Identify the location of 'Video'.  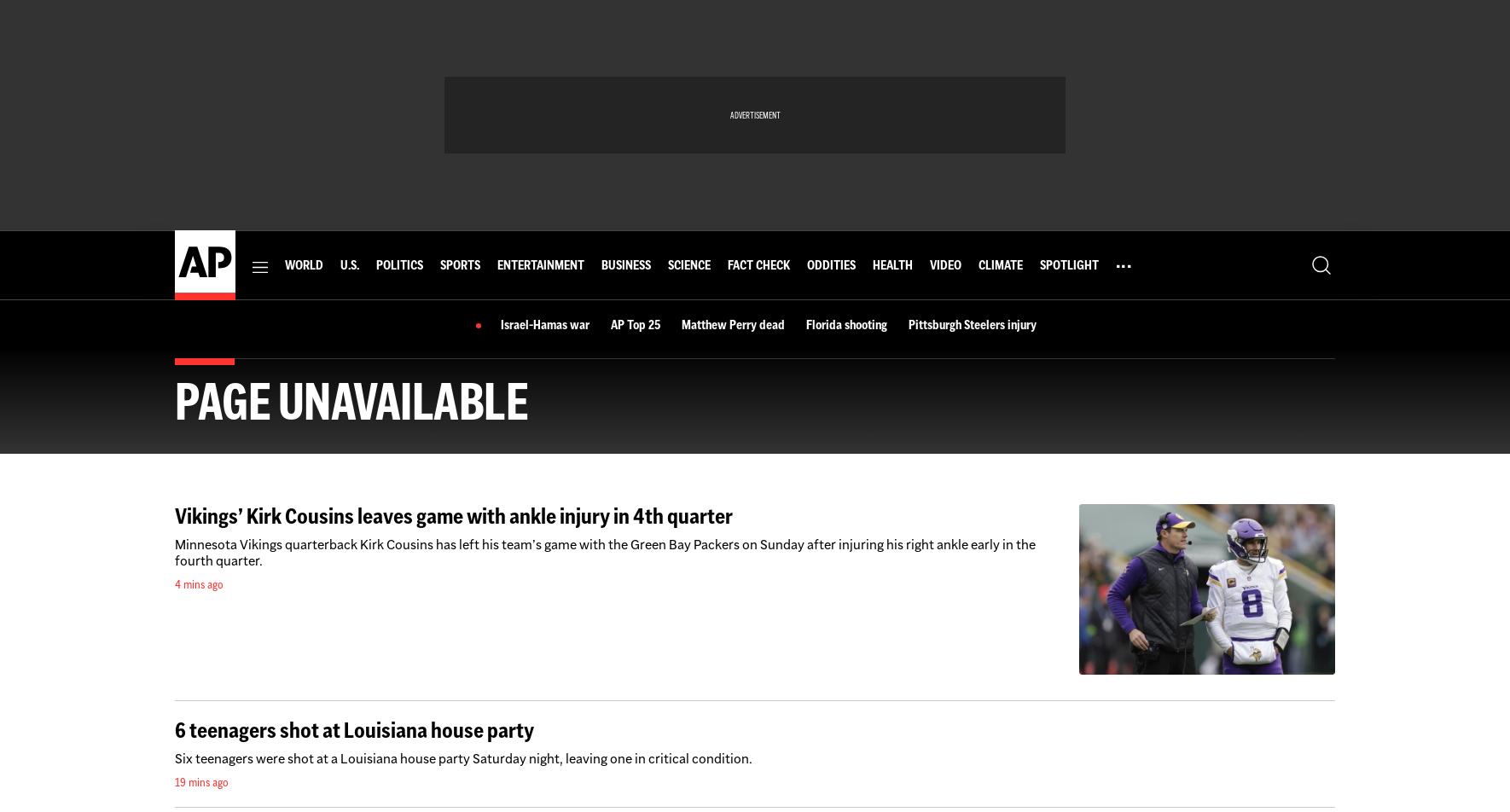
(929, 265).